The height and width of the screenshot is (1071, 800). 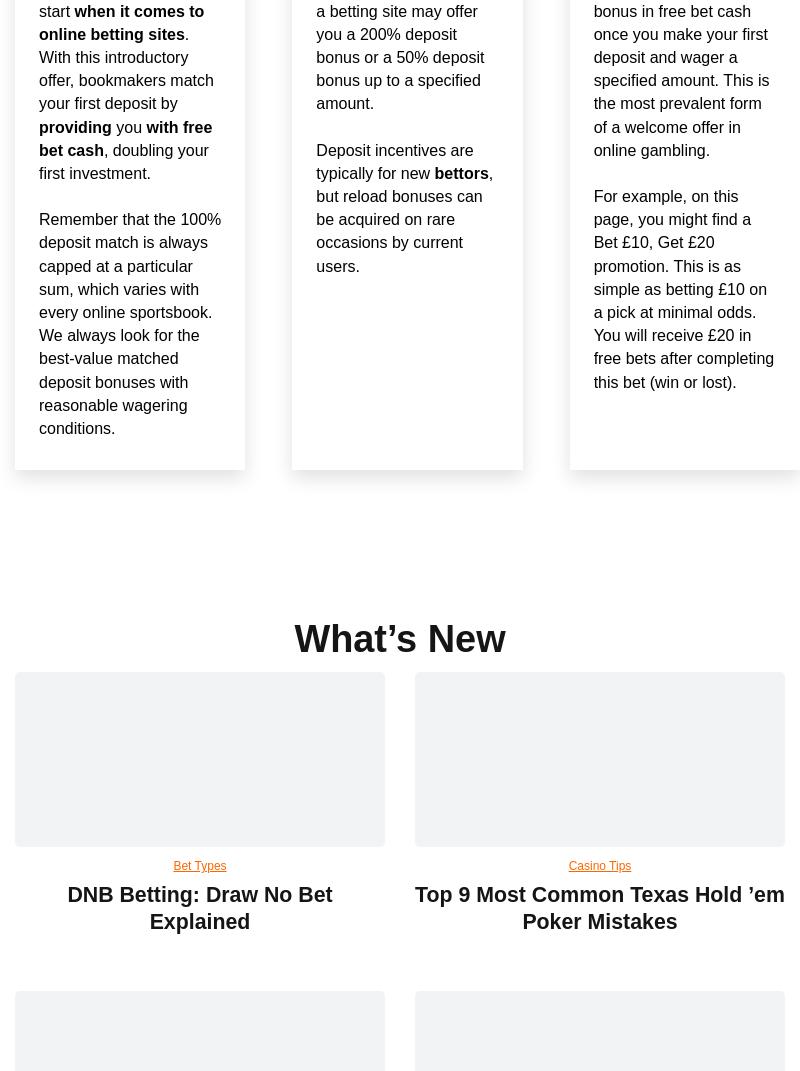 What do you see at coordinates (598, 866) in the screenshot?
I see `'Casino Tips'` at bounding box center [598, 866].